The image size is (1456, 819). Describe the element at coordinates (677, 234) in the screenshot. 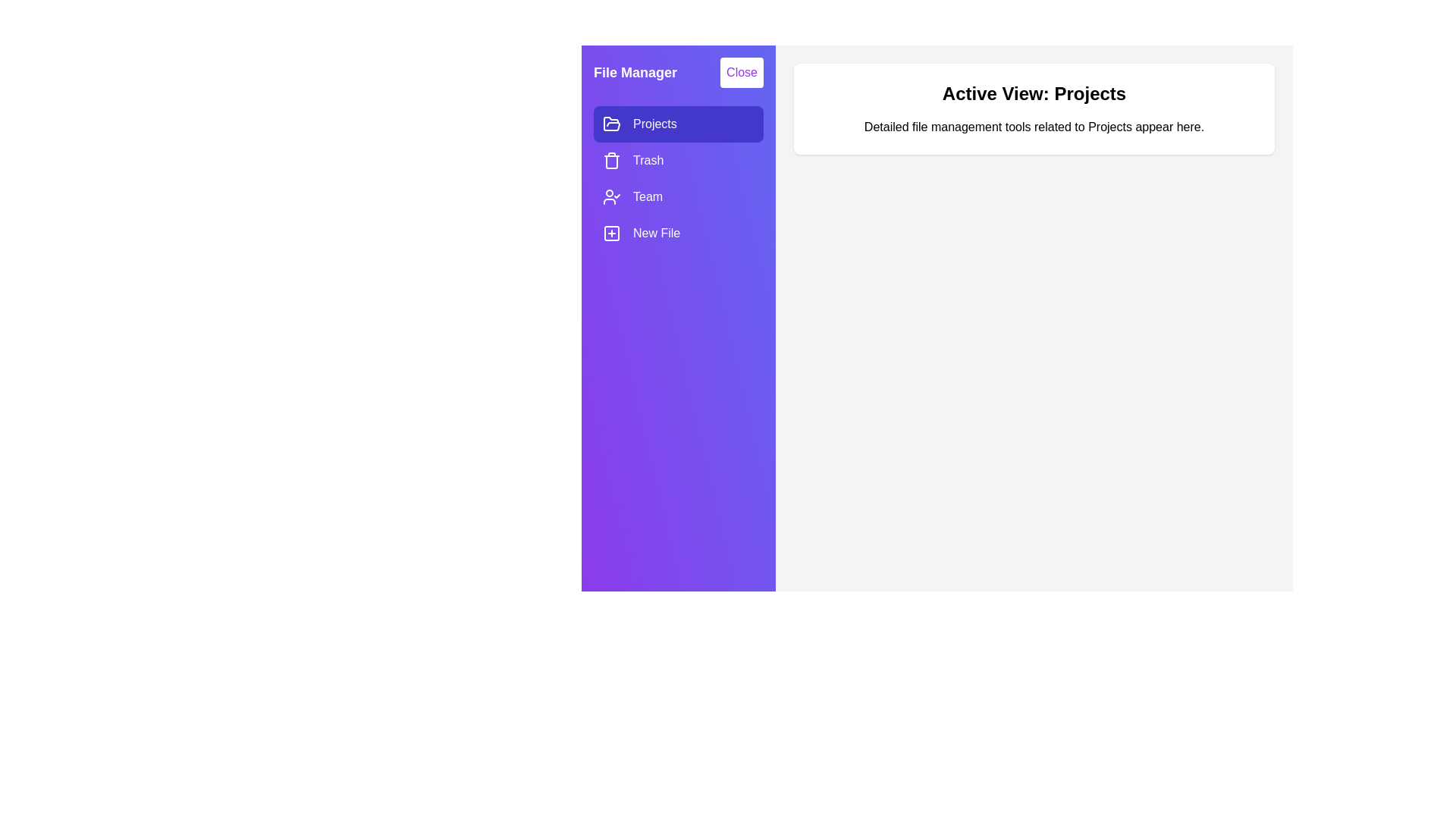

I see `the drawer item New File to observe its hover effect` at that location.